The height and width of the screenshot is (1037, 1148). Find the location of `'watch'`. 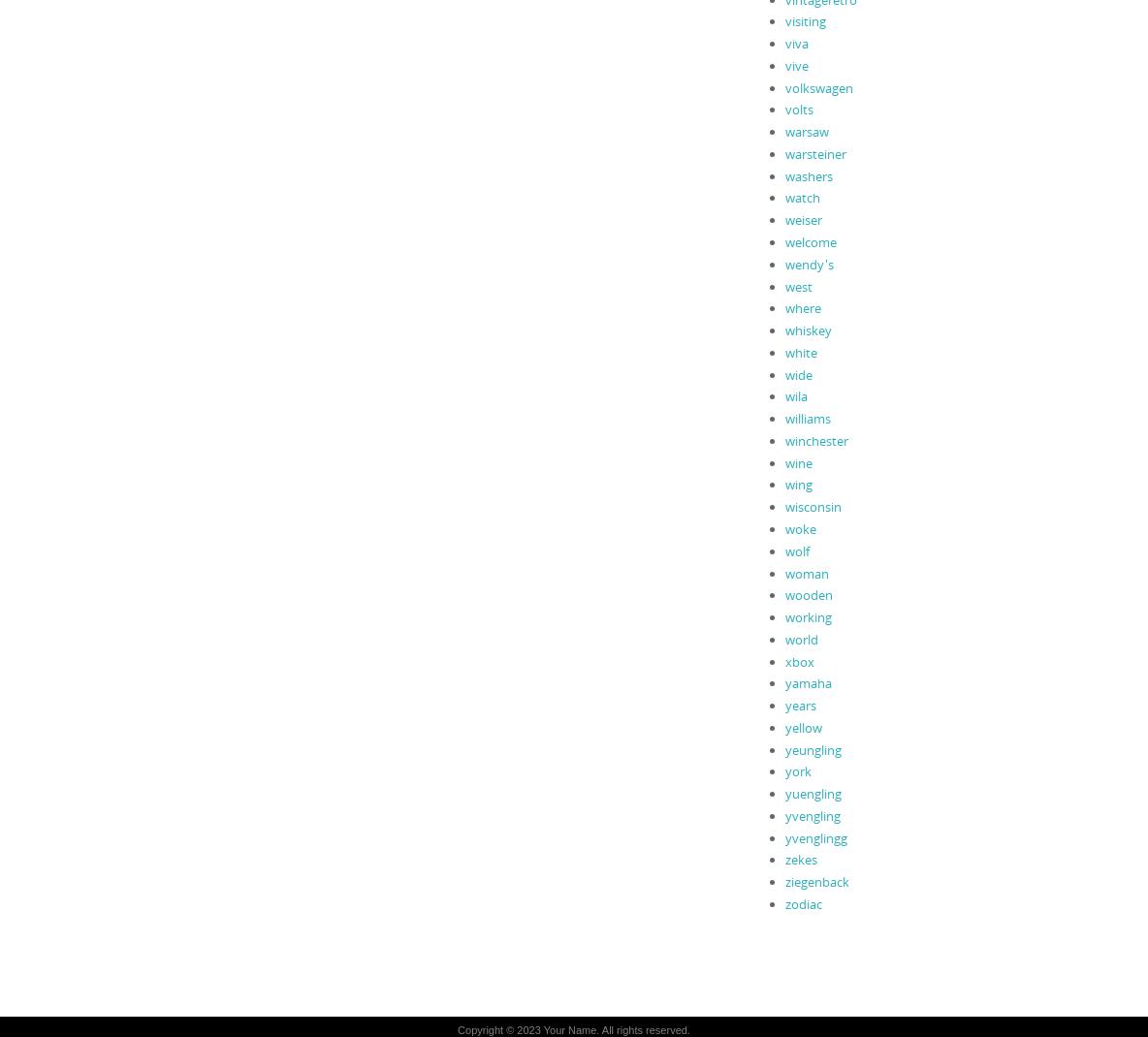

'watch' is located at coordinates (802, 197).